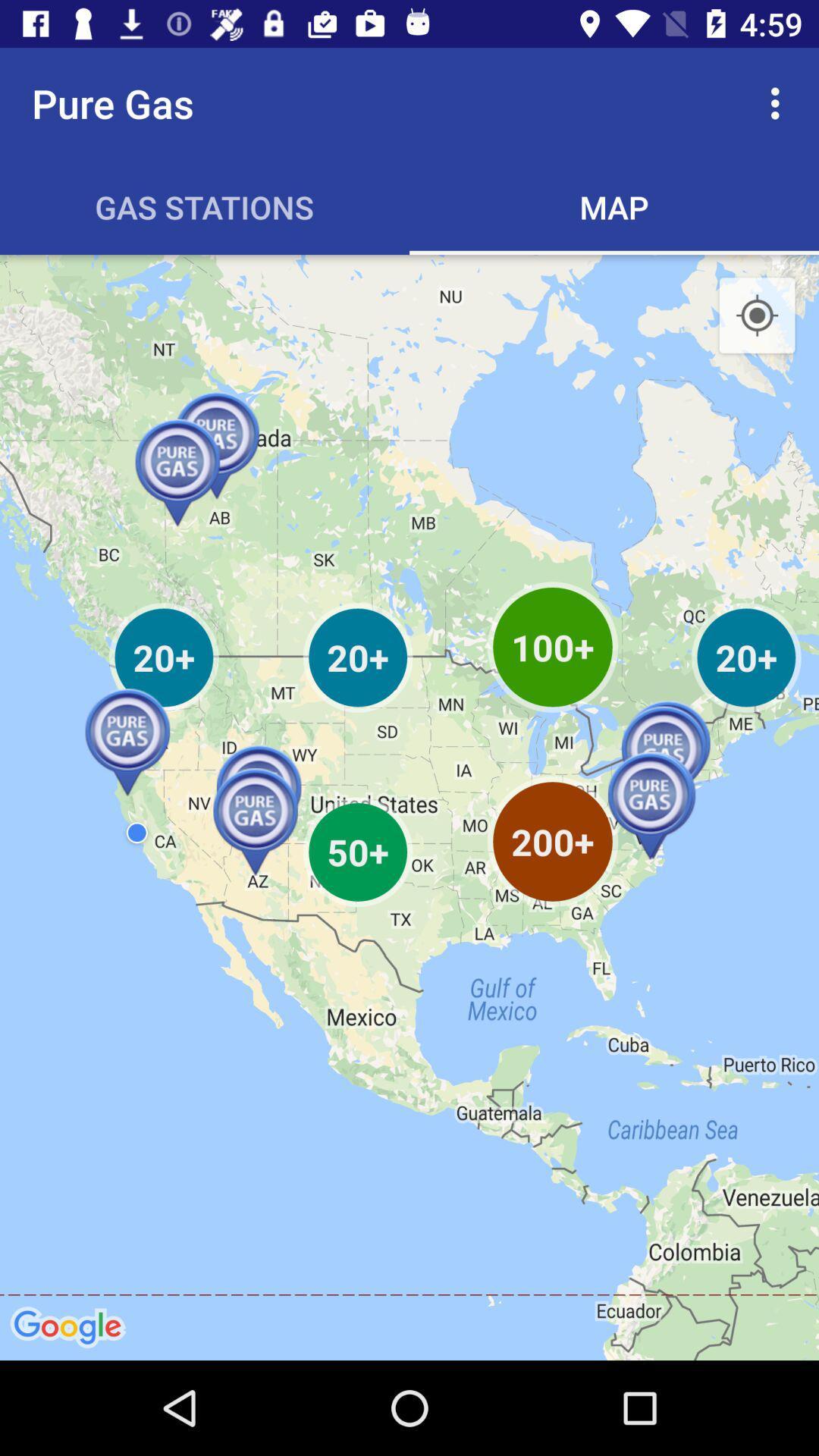 The width and height of the screenshot is (819, 1456). I want to click on item at the center, so click(409, 807).